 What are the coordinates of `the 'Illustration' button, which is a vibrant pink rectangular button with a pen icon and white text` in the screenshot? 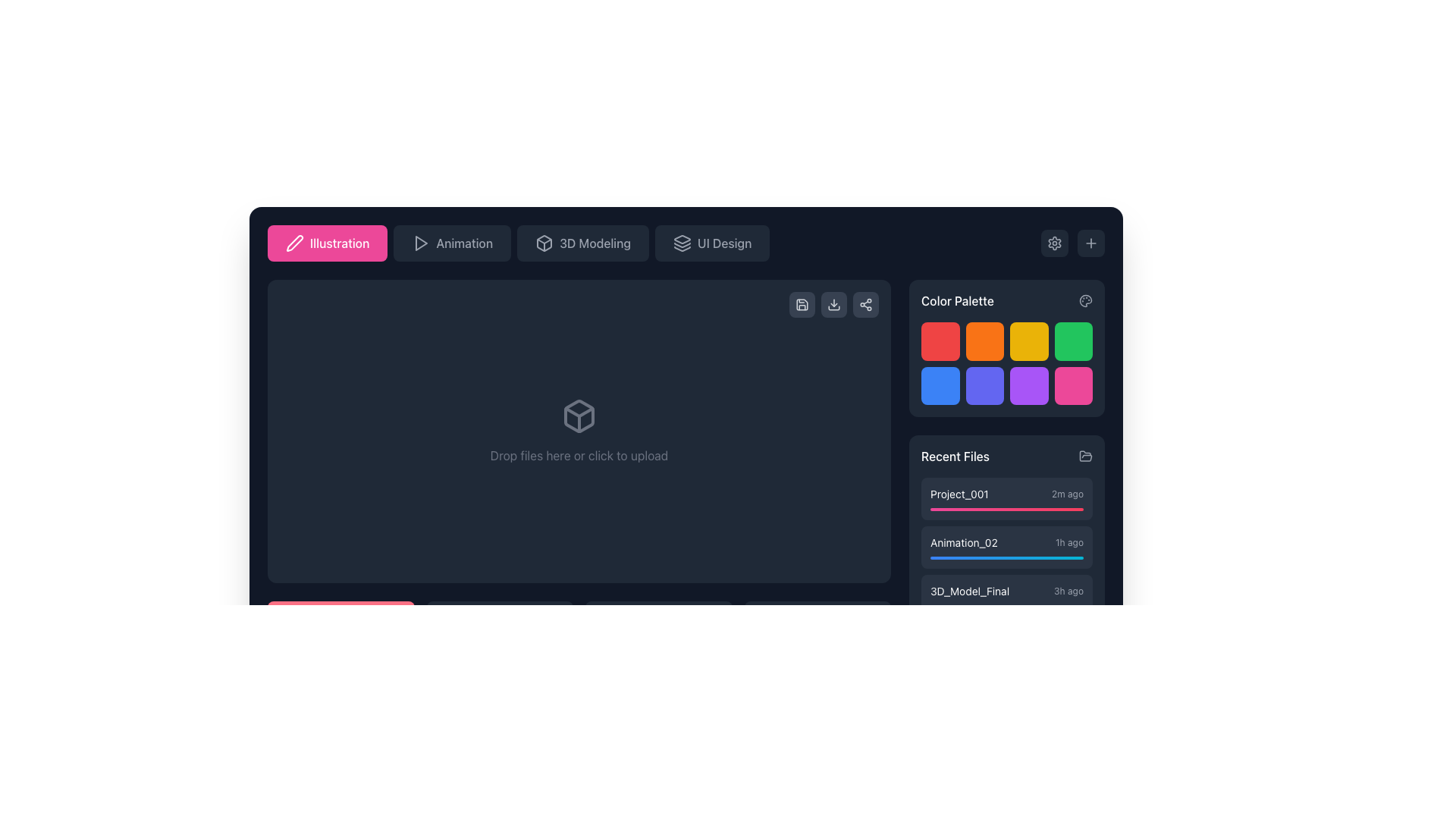 It's located at (327, 242).